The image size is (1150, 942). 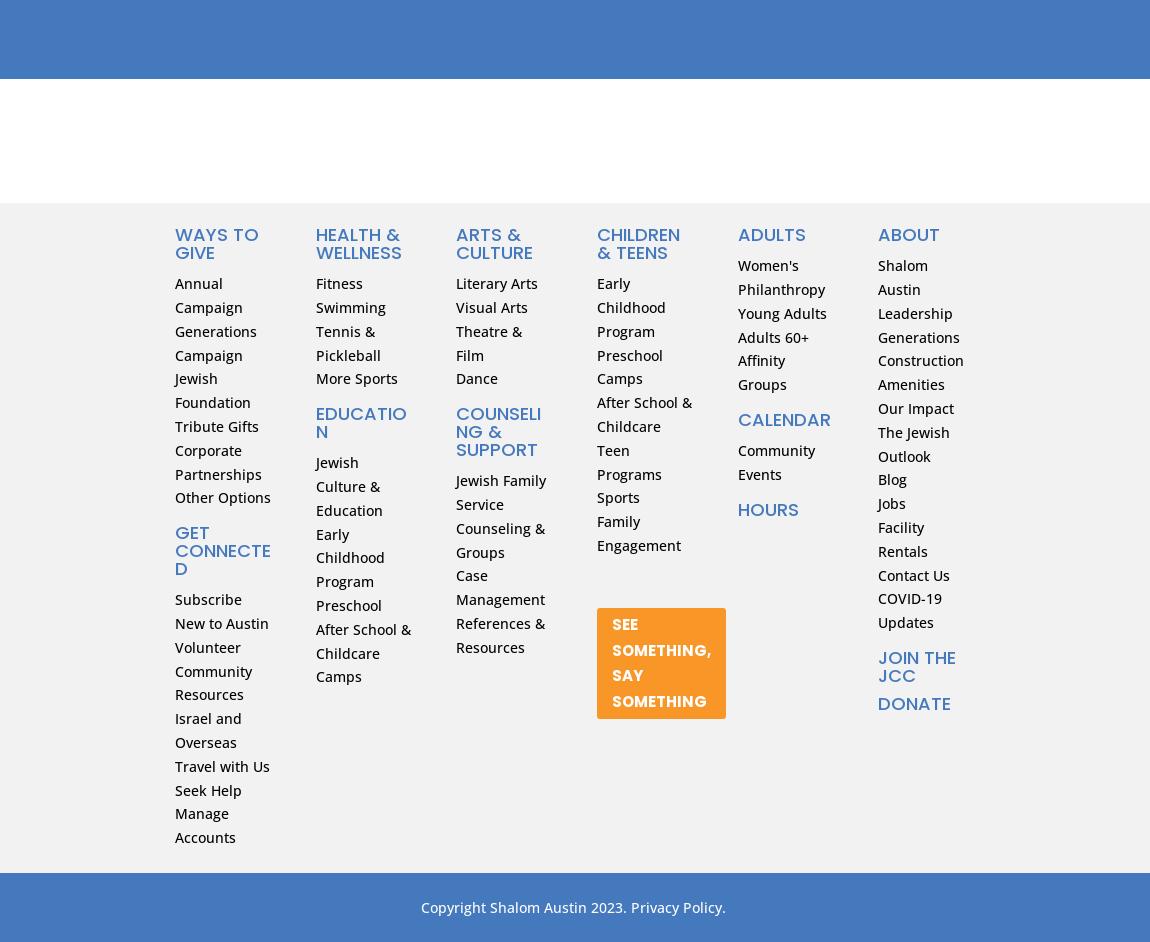 What do you see at coordinates (477, 378) in the screenshot?
I see `'Dance'` at bounding box center [477, 378].